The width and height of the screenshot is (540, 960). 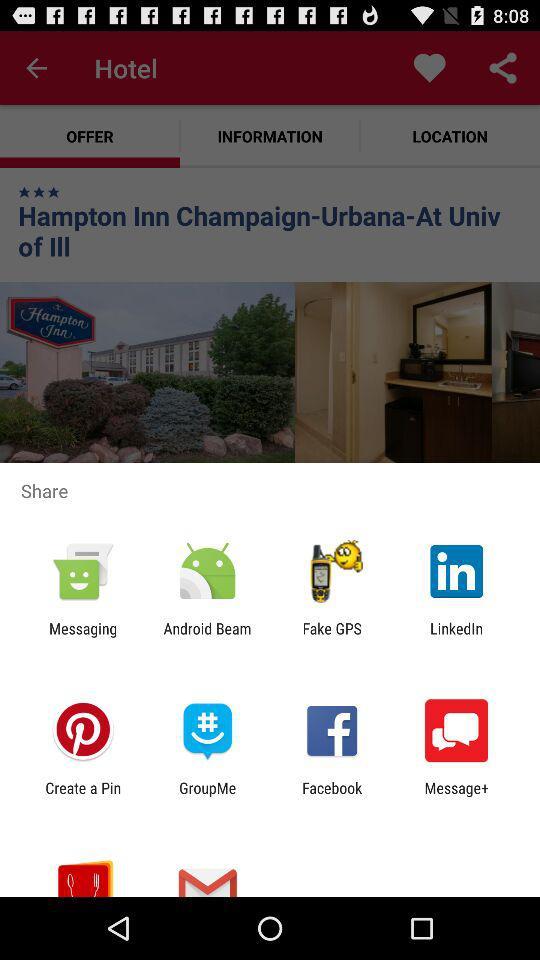 What do you see at coordinates (332, 636) in the screenshot?
I see `app next to the linkedin item` at bounding box center [332, 636].